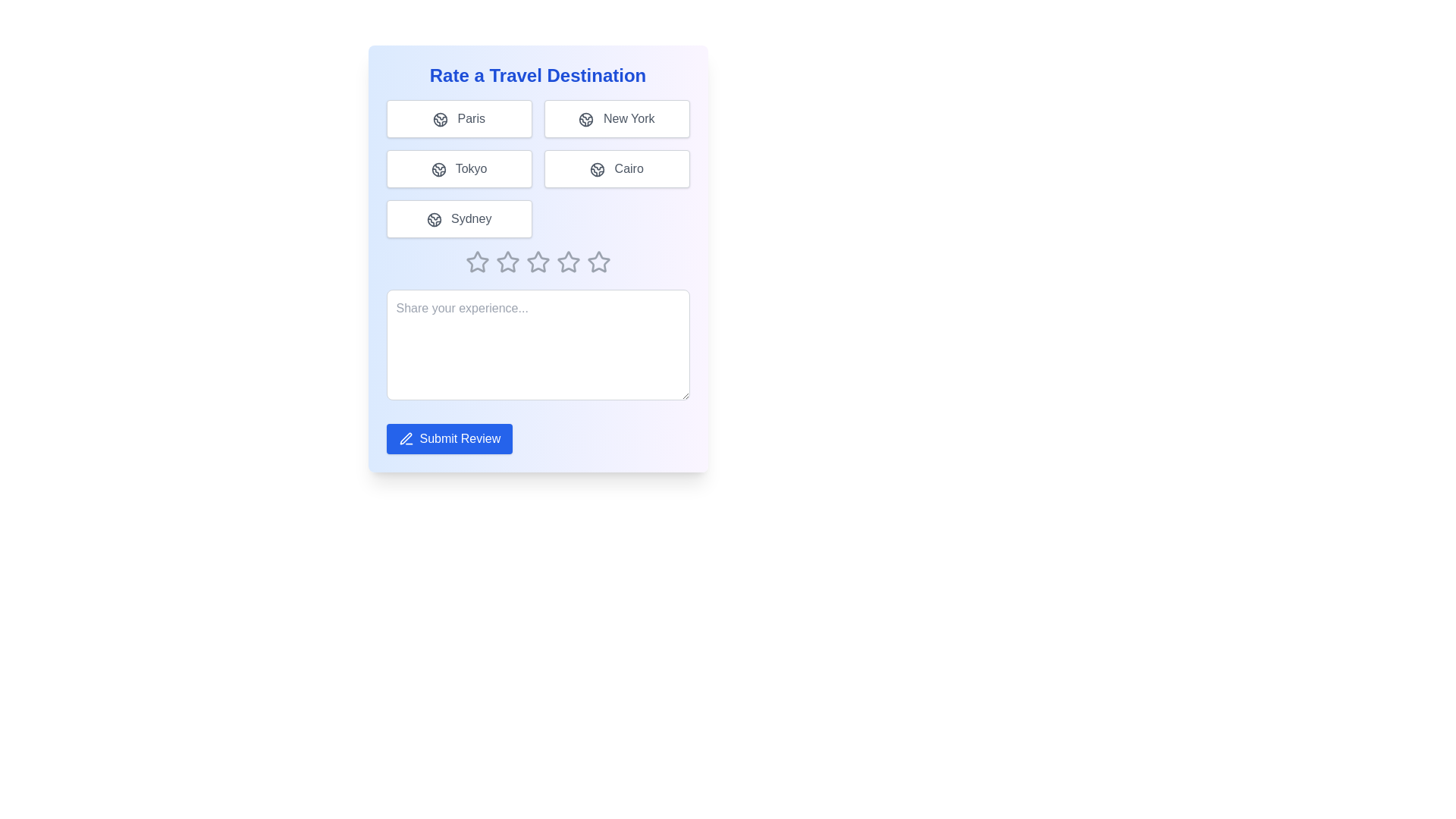  I want to click on the circular graphical element that is part of the globe icon, located near the 'Tokyo' text button, so click(438, 169).